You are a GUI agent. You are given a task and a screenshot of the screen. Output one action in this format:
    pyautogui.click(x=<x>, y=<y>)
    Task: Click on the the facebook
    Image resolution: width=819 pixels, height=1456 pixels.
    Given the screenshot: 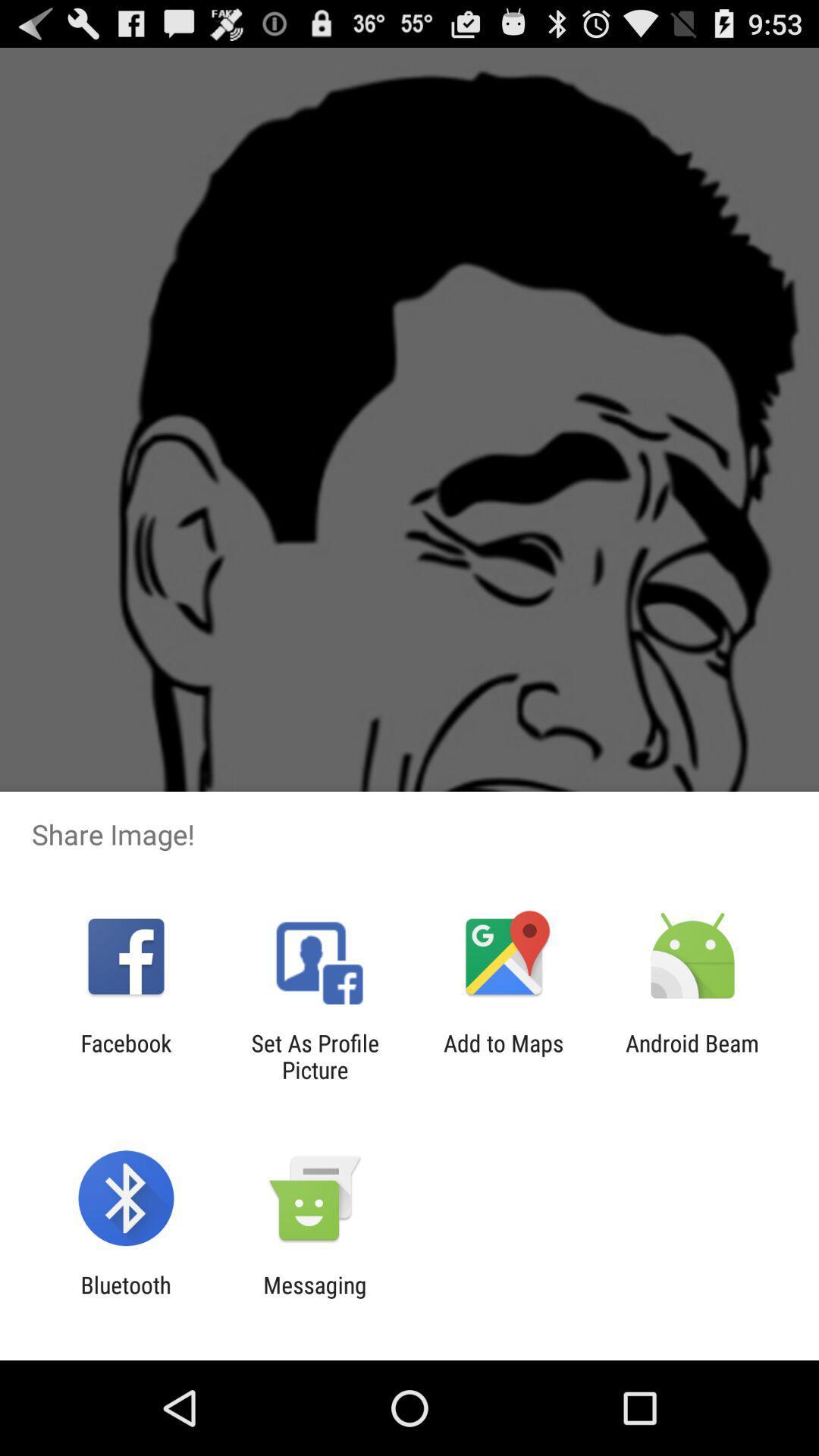 What is the action you would take?
    pyautogui.click(x=125, y=1056)
    